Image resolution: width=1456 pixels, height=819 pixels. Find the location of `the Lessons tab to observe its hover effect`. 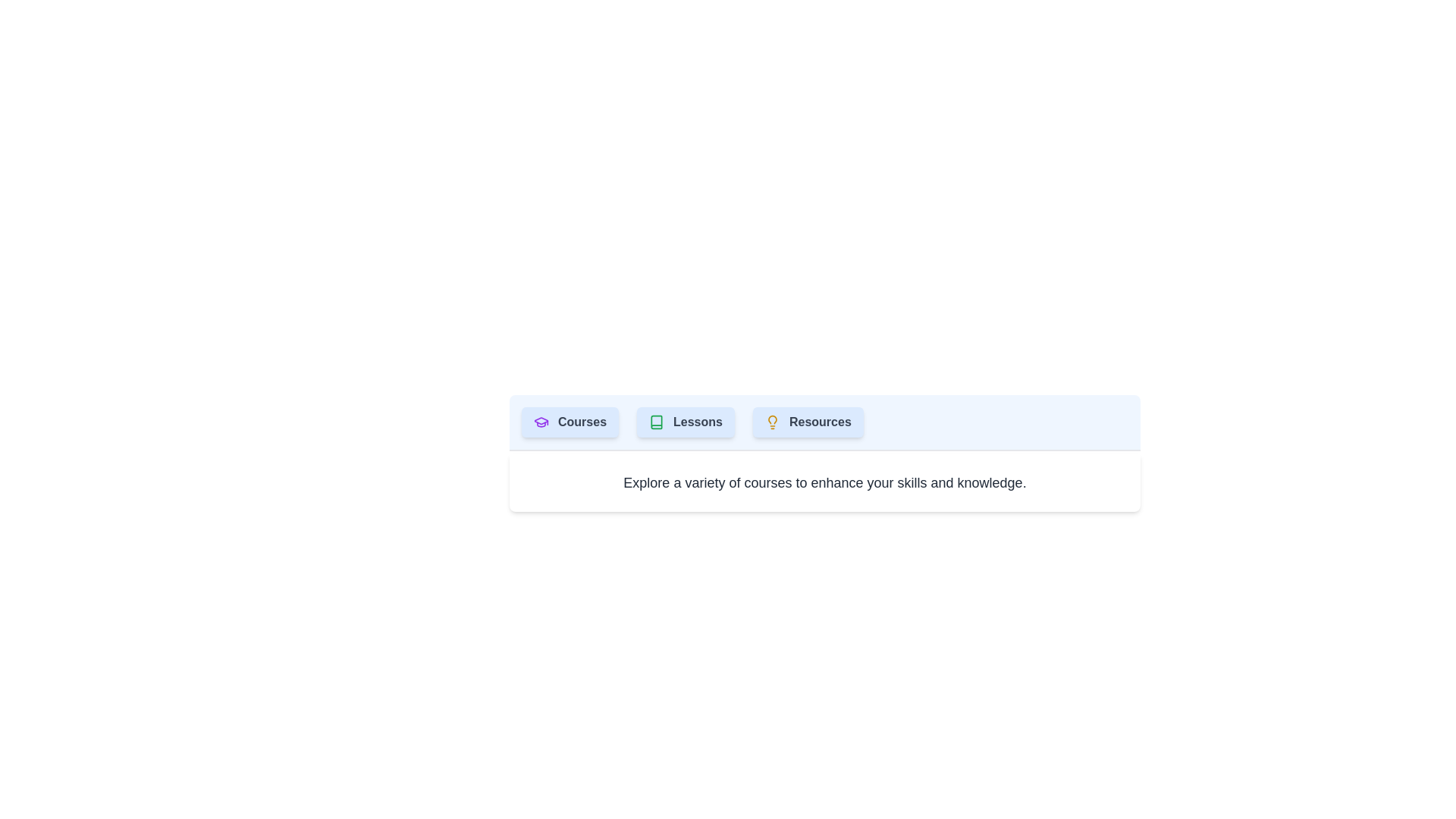

the Lessons tab to observe its hover effect is located at coordinates (684, 422).